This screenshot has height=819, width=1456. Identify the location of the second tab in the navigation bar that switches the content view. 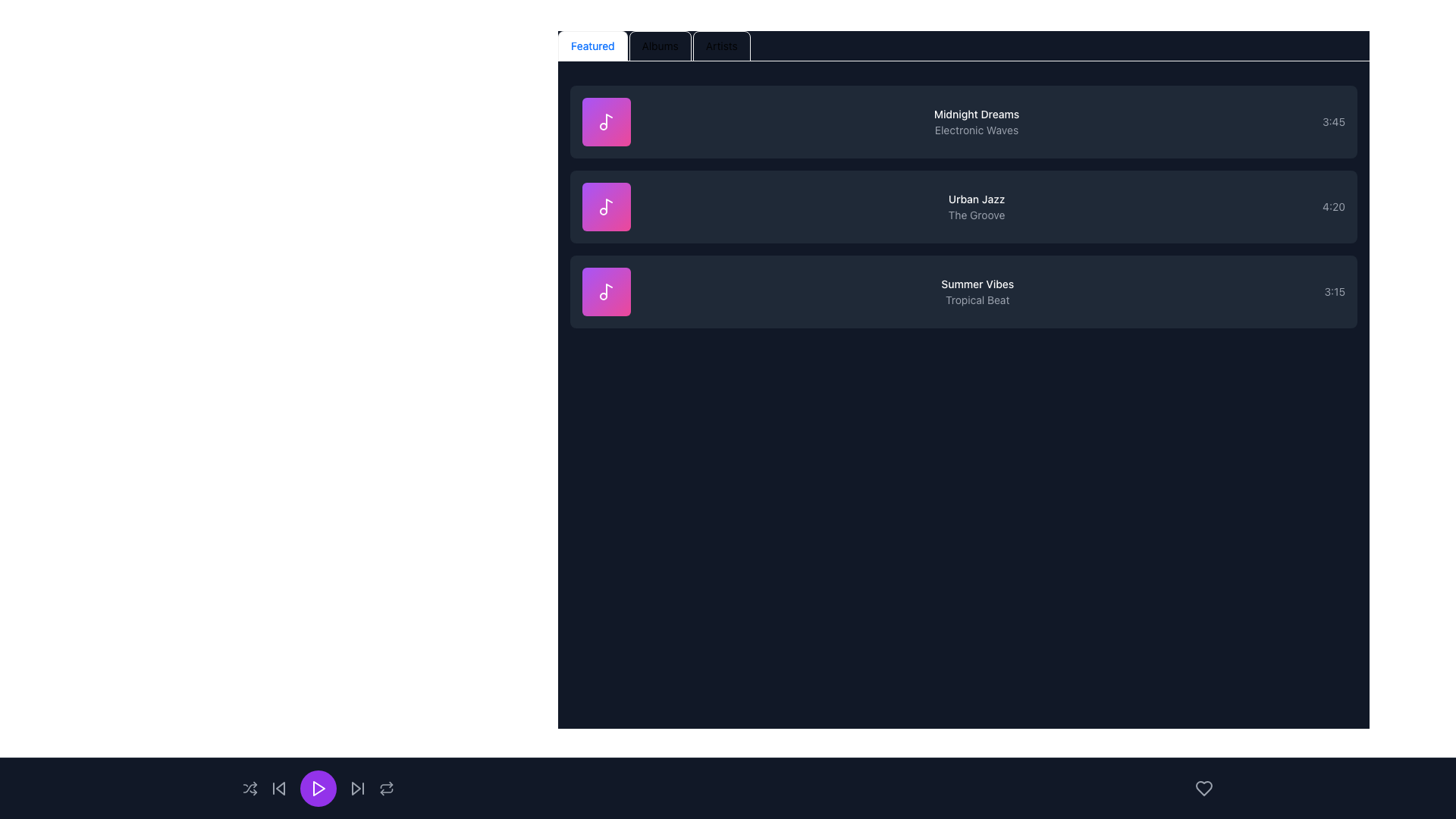
(660, 45).